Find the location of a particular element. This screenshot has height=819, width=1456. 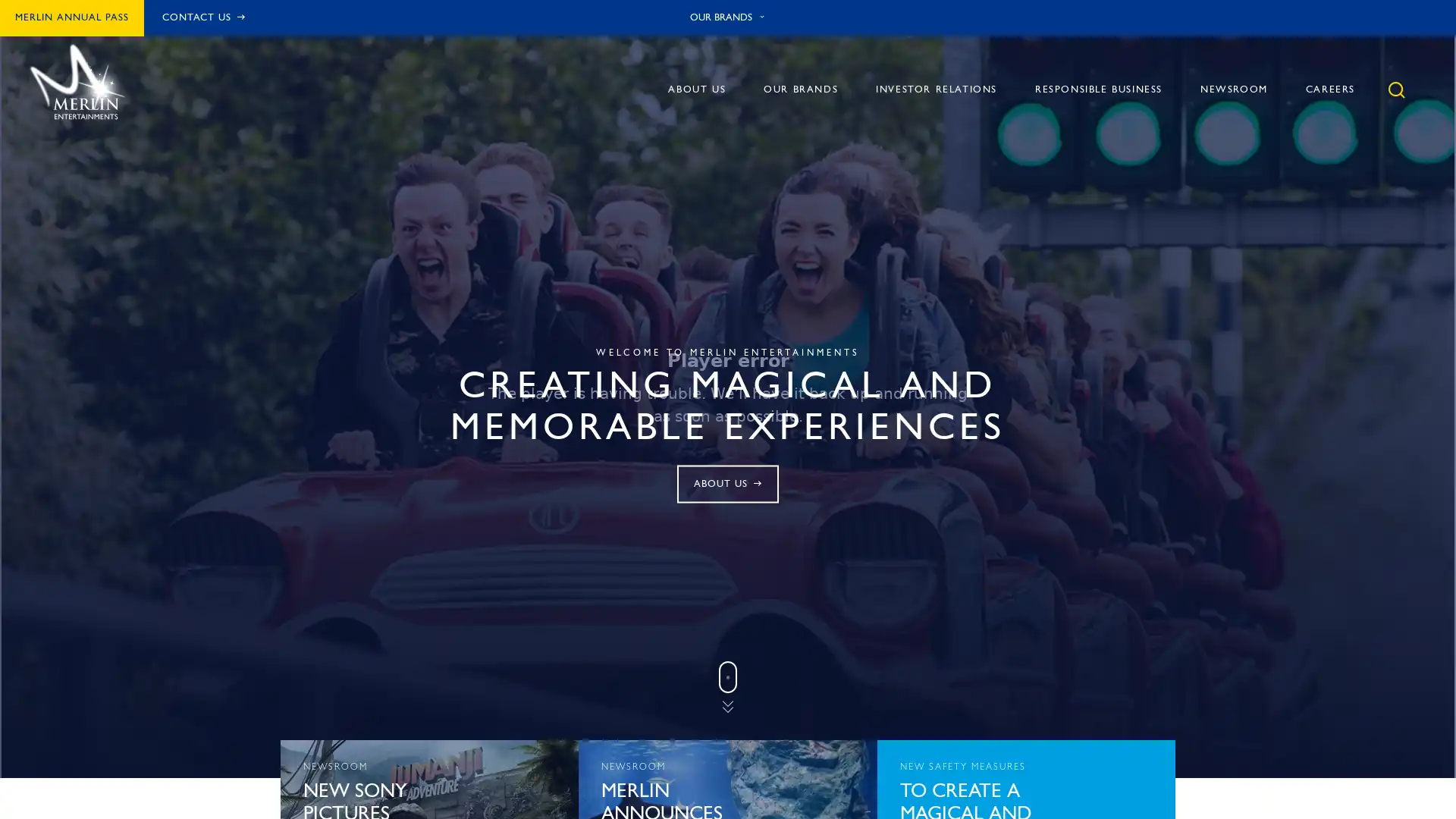

Back is located at coordinates (971, 133).